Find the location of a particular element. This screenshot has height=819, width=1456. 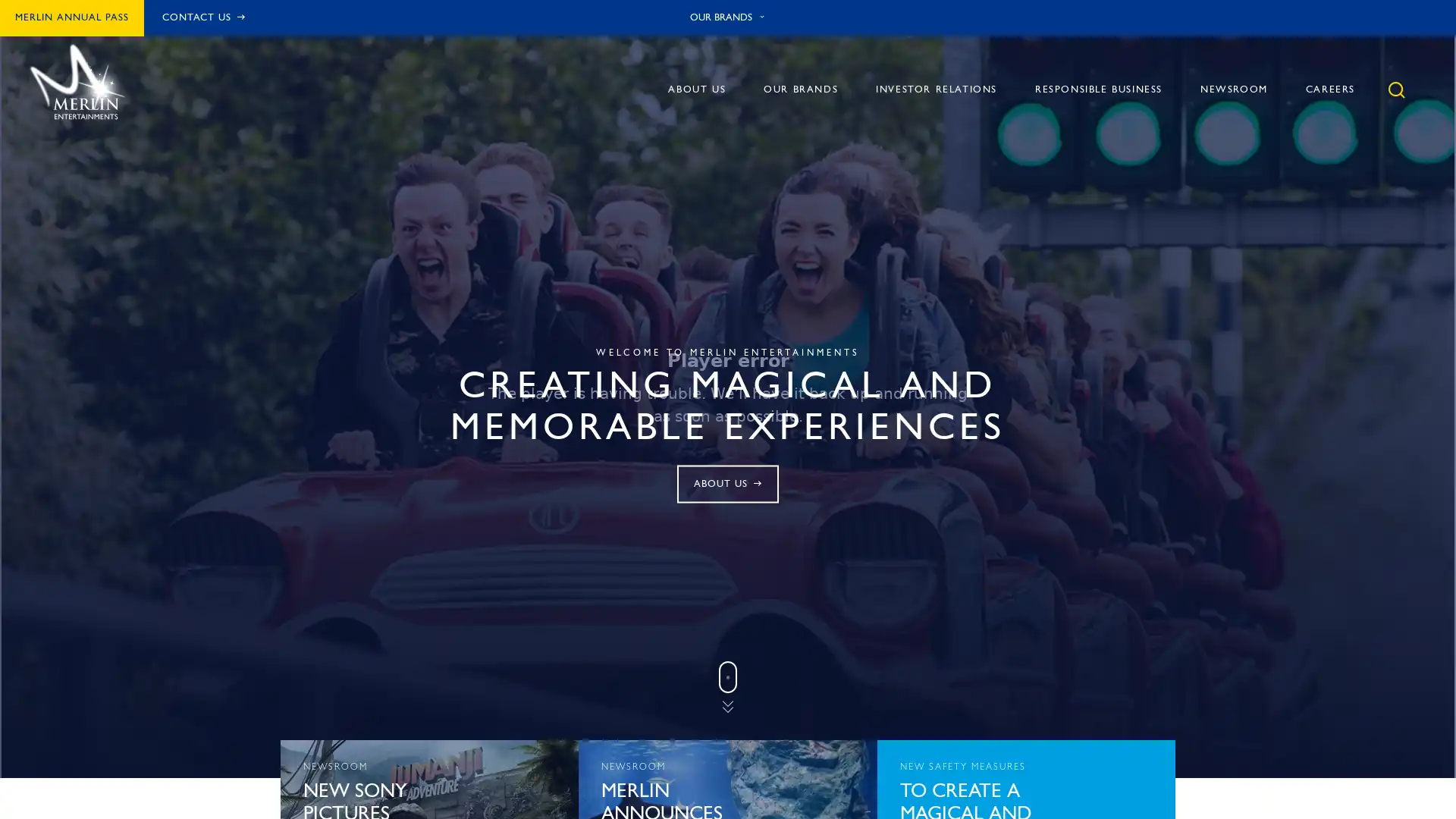

Back is located at coordinates (971, 133).